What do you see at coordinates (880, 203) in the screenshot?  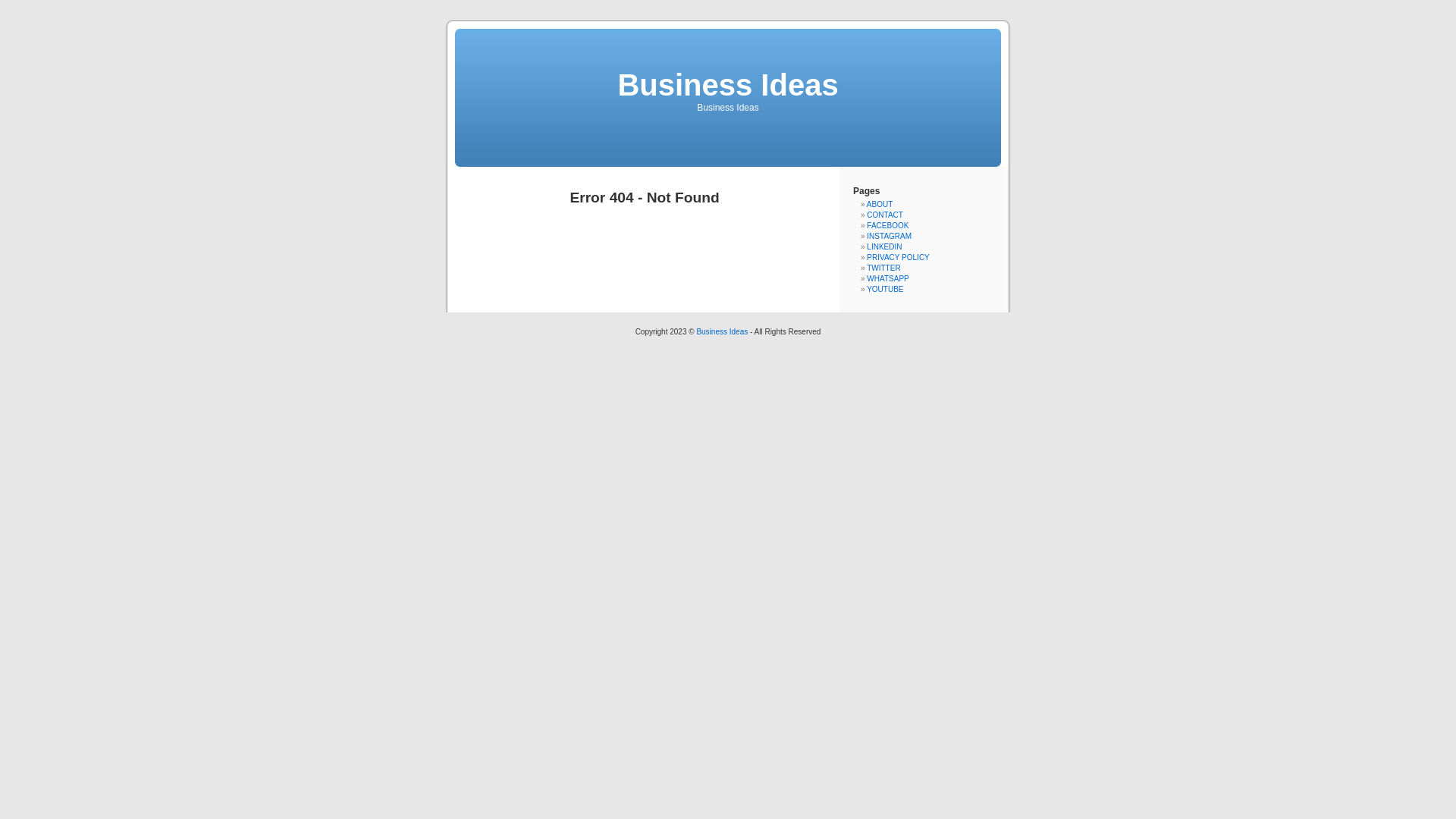 I see `'ABOUT'` at bounding box center [880, 203].